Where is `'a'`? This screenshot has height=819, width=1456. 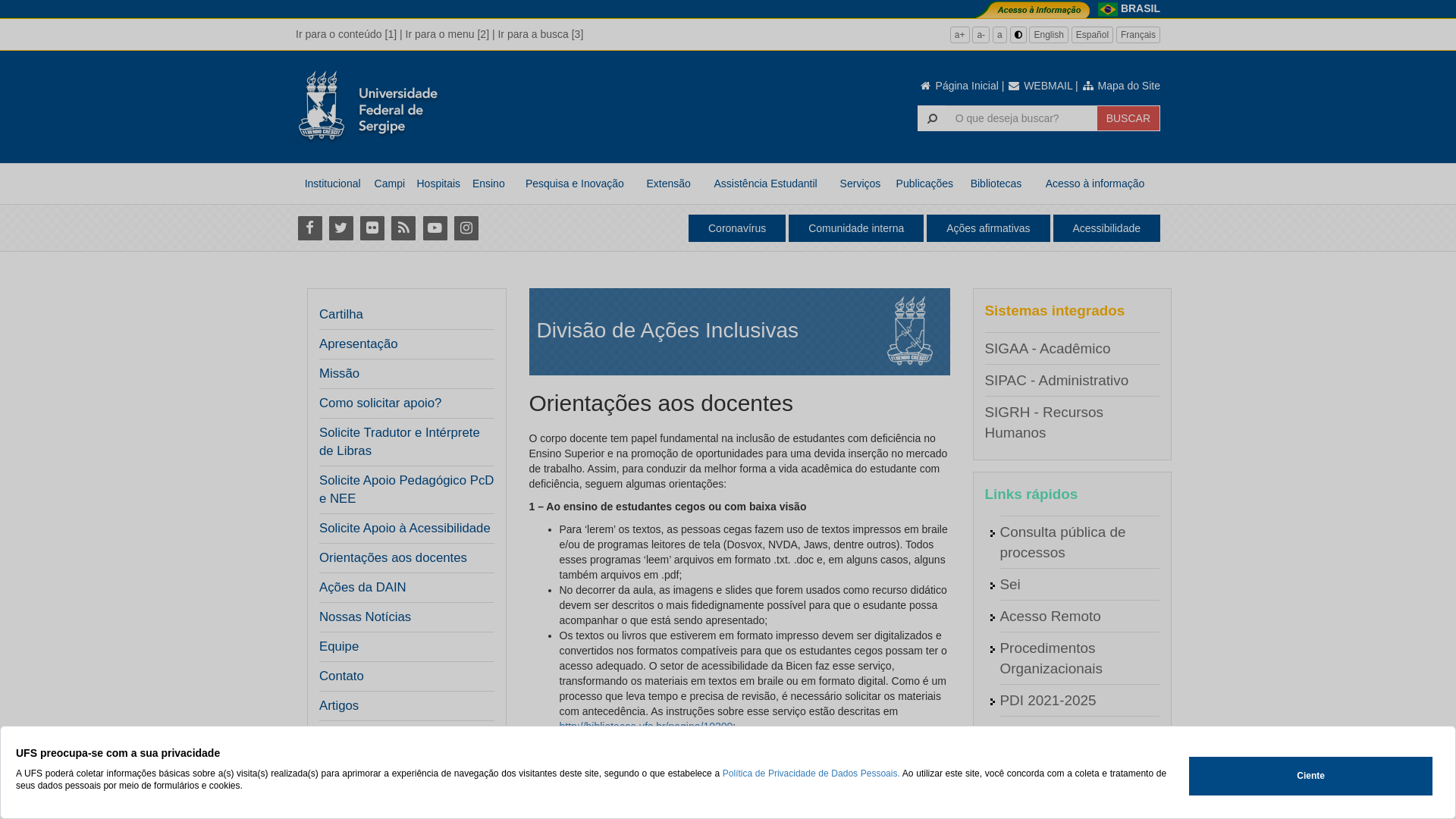
'a' is located at coordinates (999, 34).